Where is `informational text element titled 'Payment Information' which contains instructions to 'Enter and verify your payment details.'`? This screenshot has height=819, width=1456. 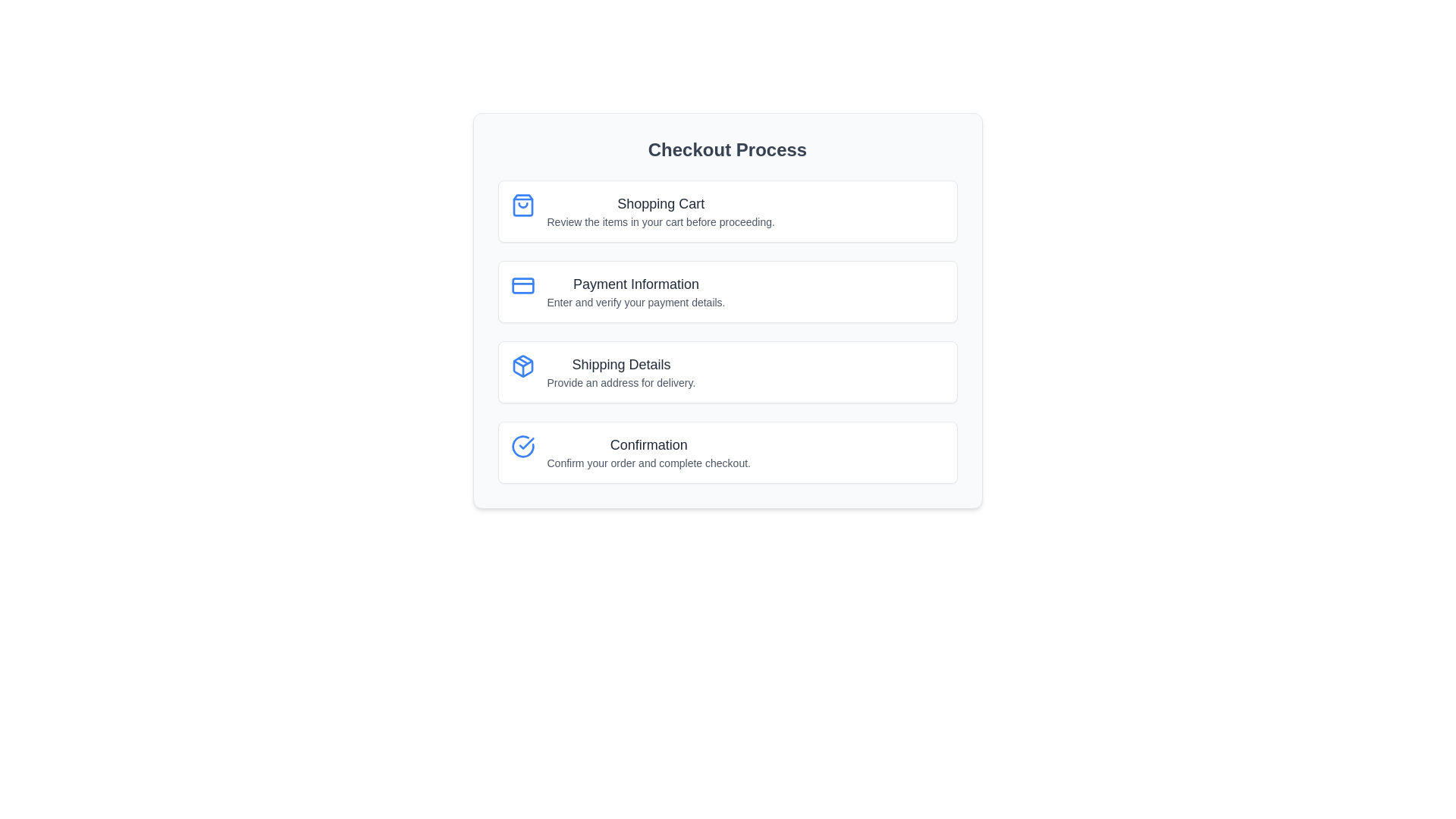
informational text element titled 'Payment Information' which contains instructions to 'Enter and verify your payment details.' is located at coordinates (636, 292).